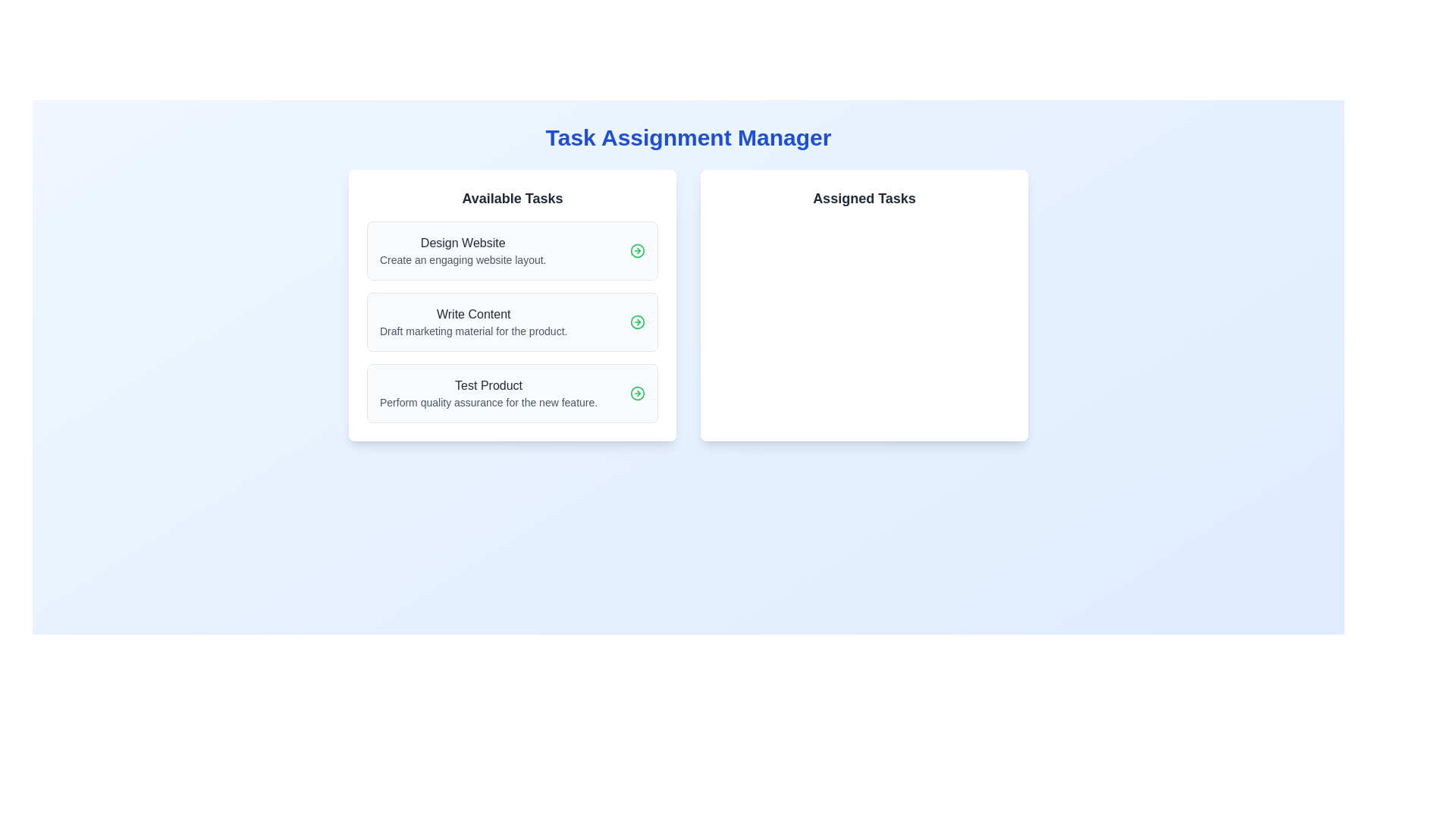 Image resolution: width=1456 pixels, height=819 pixels. I want to click on the circular icon button with a rightward arrow and green outline, located beside the 'Write Content' text, so click(637, 321).